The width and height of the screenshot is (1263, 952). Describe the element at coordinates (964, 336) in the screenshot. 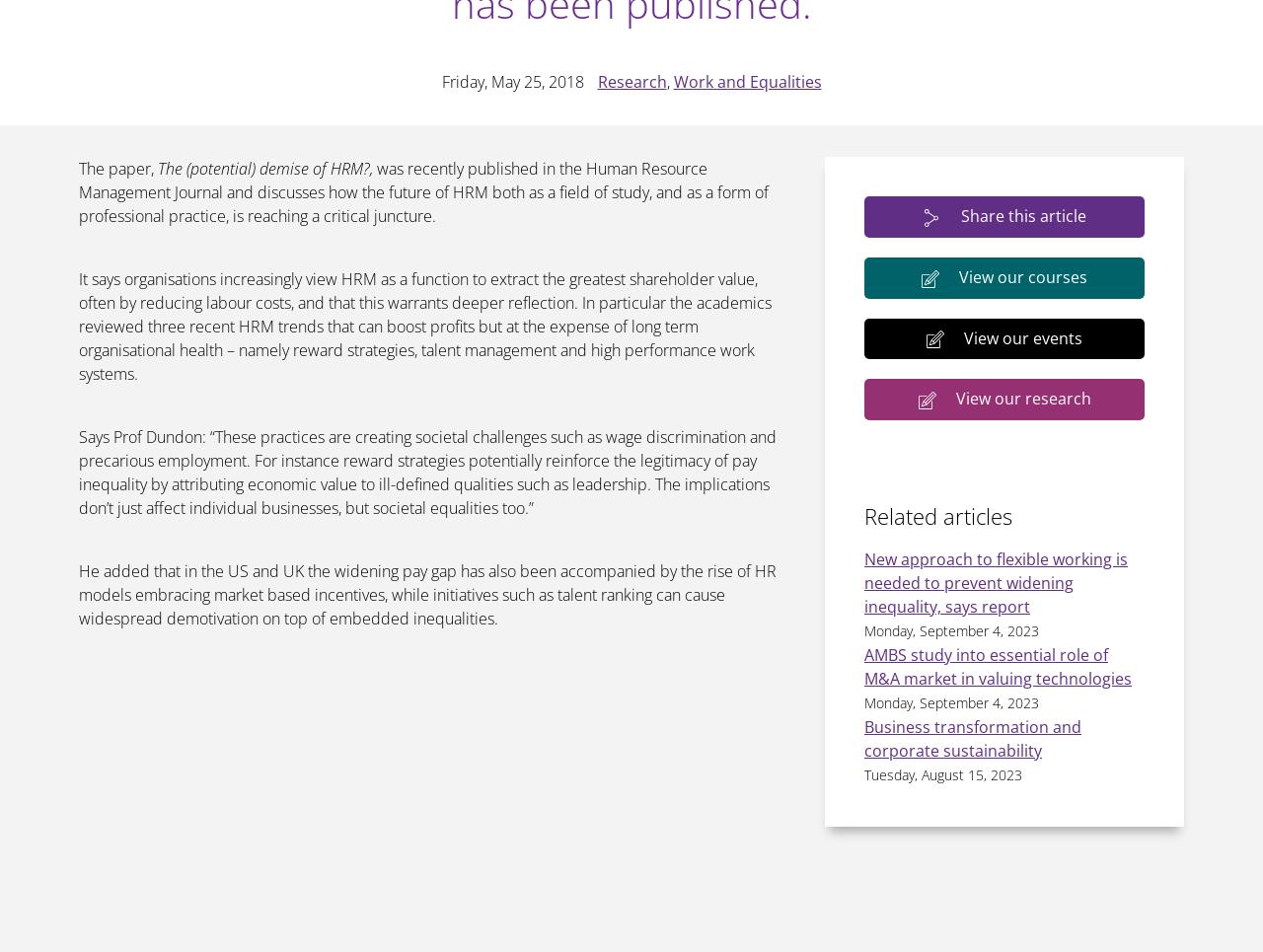

I see `'View our events'` at that location.